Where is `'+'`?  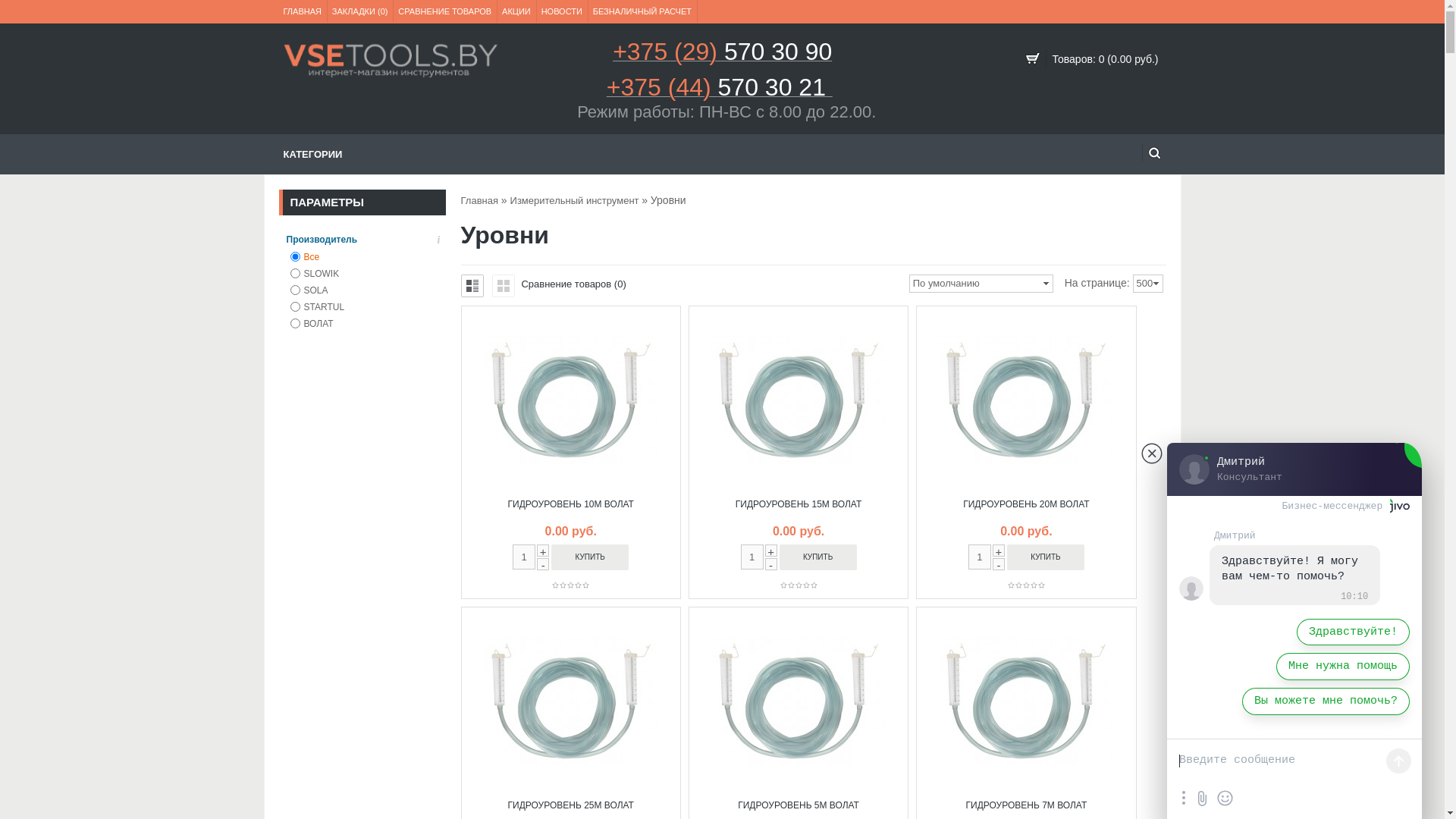
'+' is located at coordinates (998, 550).